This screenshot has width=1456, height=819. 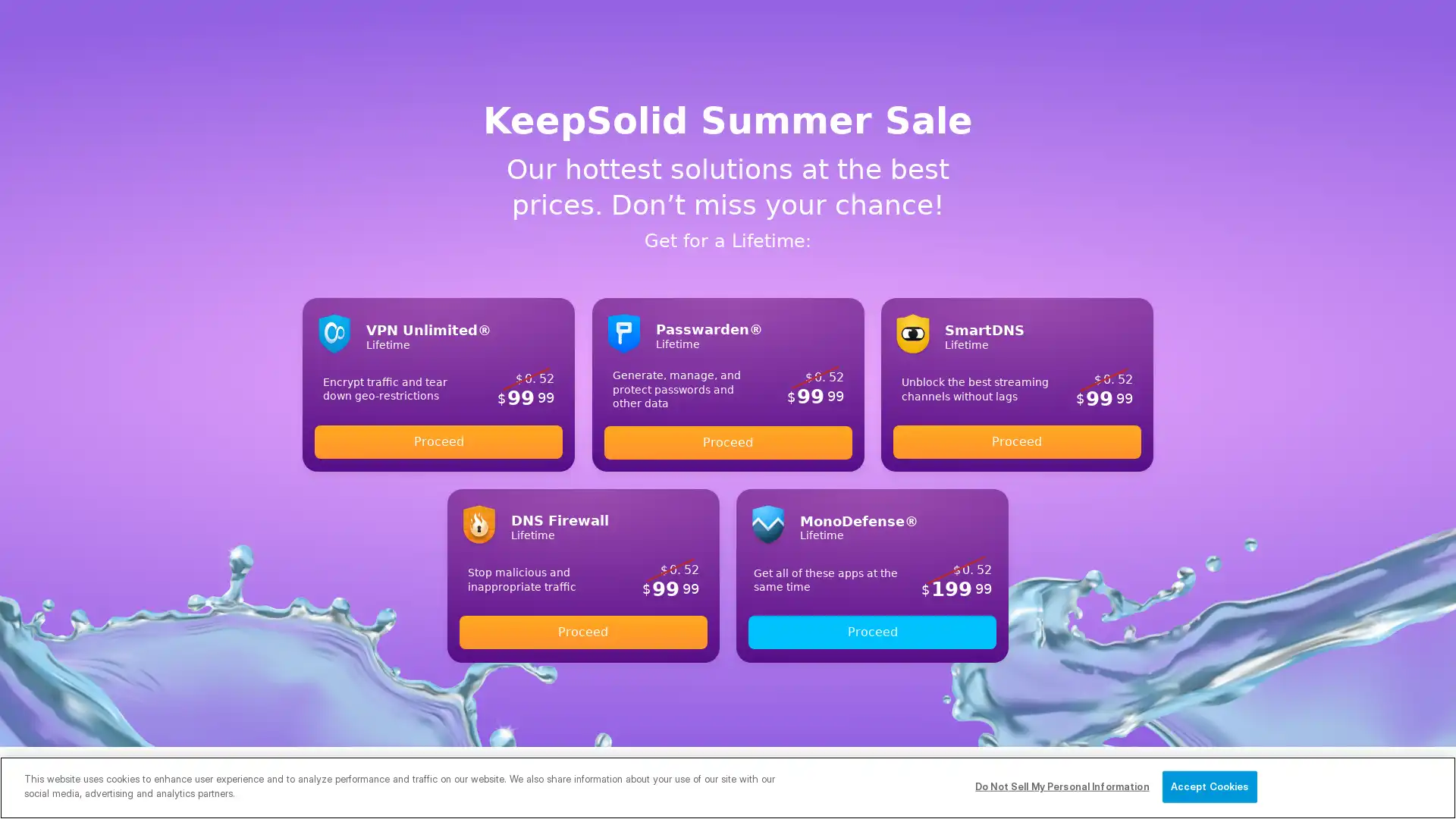 I want to click on Do Not Sell My Personal Information, so click(x=1061, y=786).